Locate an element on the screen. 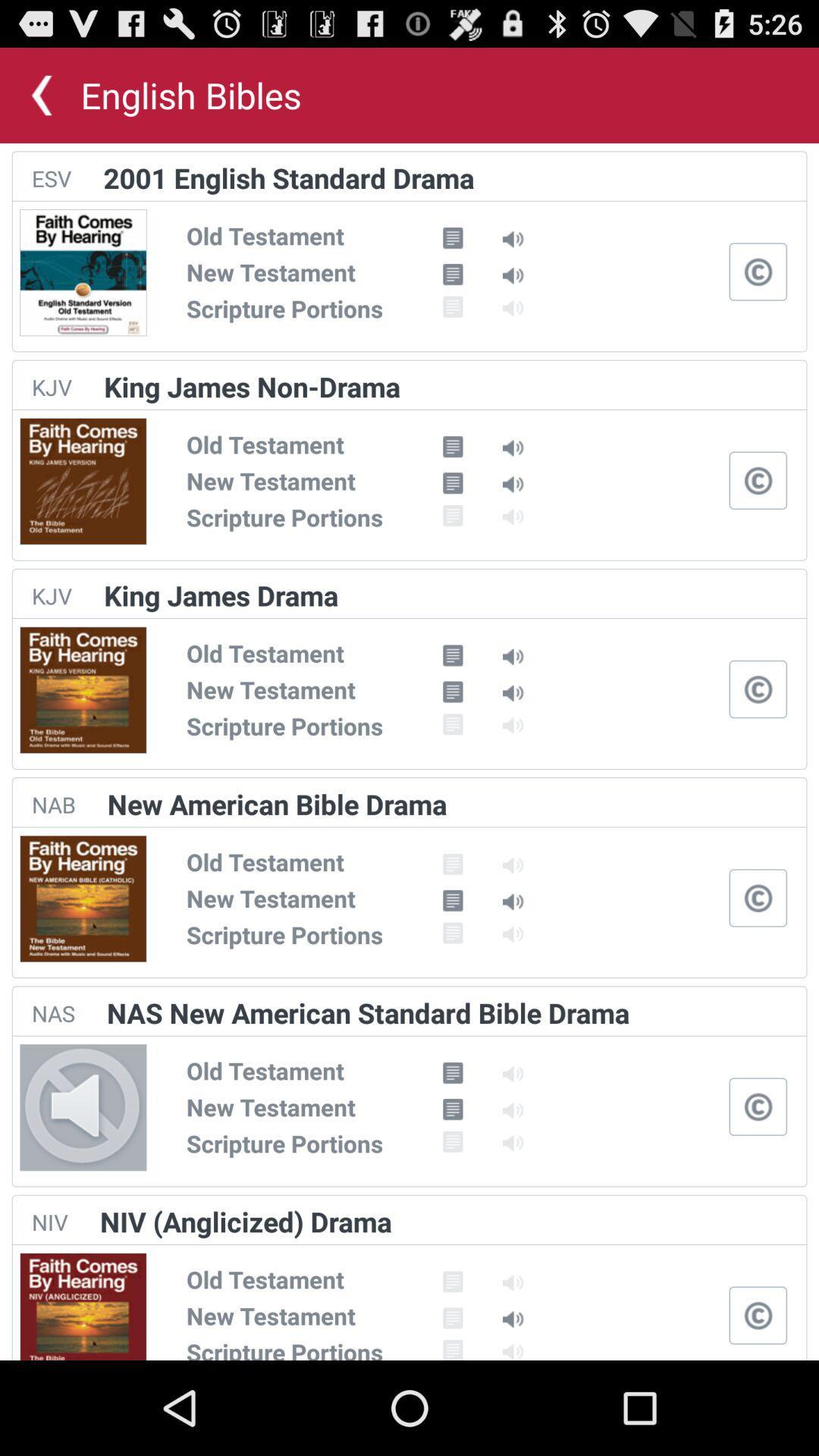 The image size is (819, 1456). the 2001 english standard item is located at coordinates (289, 177).